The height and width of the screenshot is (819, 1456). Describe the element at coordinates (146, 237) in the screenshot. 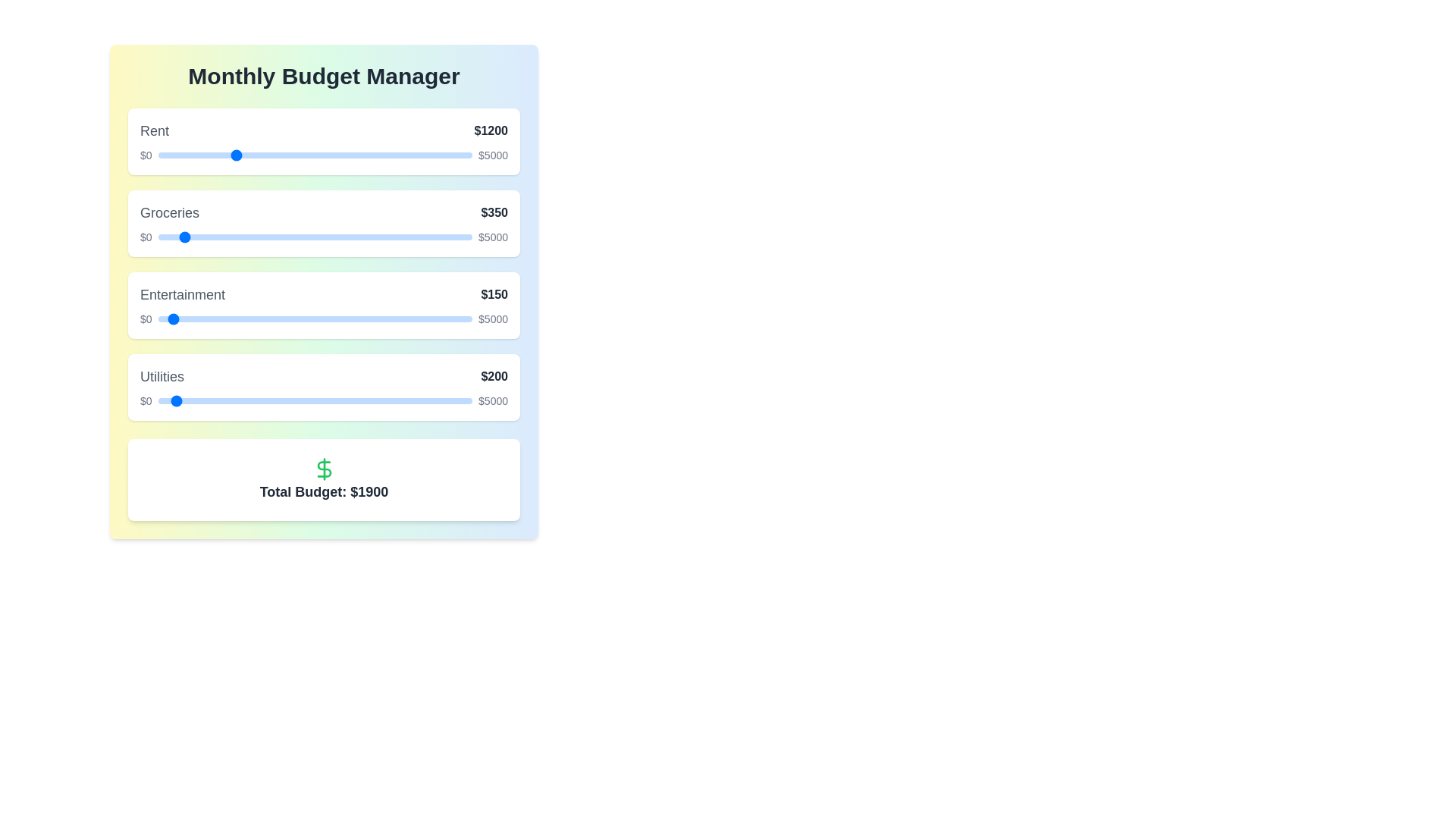

I see `the small text label displaying the value '$0', which is located on the left of the central slider and aligns with related elements` at that location.